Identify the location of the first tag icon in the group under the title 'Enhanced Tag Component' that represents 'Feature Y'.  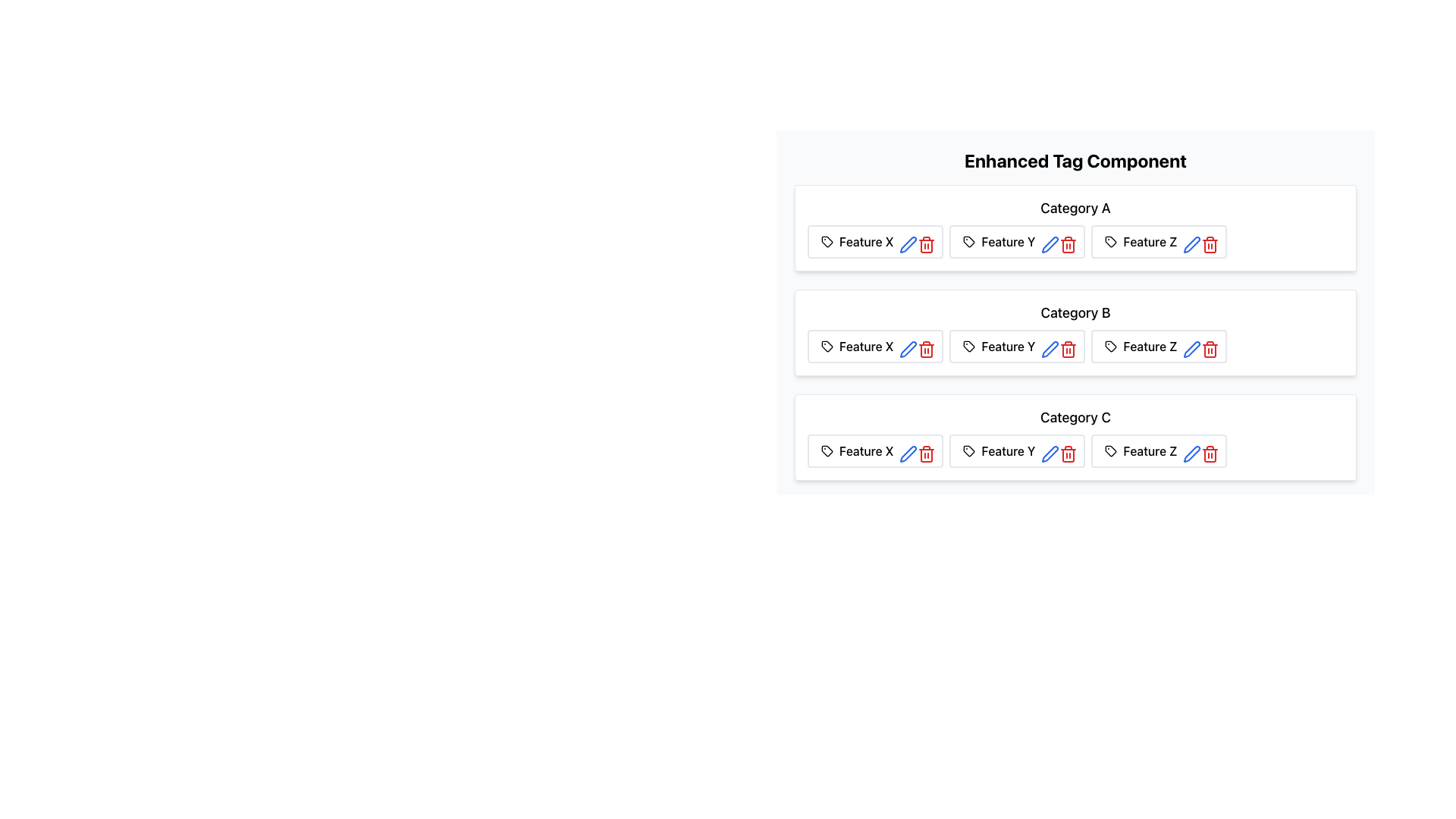
(968, 241).